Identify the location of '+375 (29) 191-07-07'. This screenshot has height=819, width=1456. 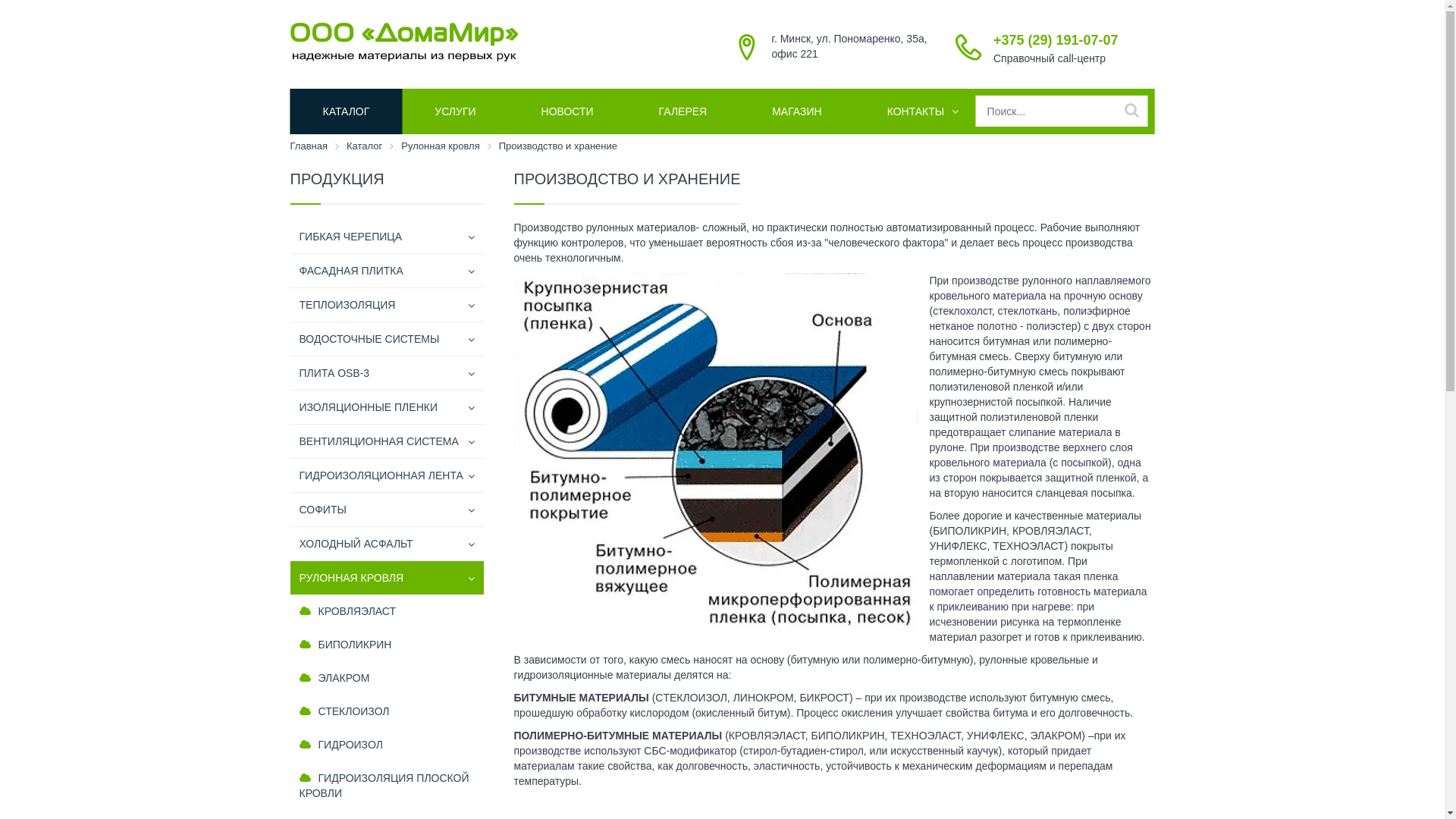
(993, 39).